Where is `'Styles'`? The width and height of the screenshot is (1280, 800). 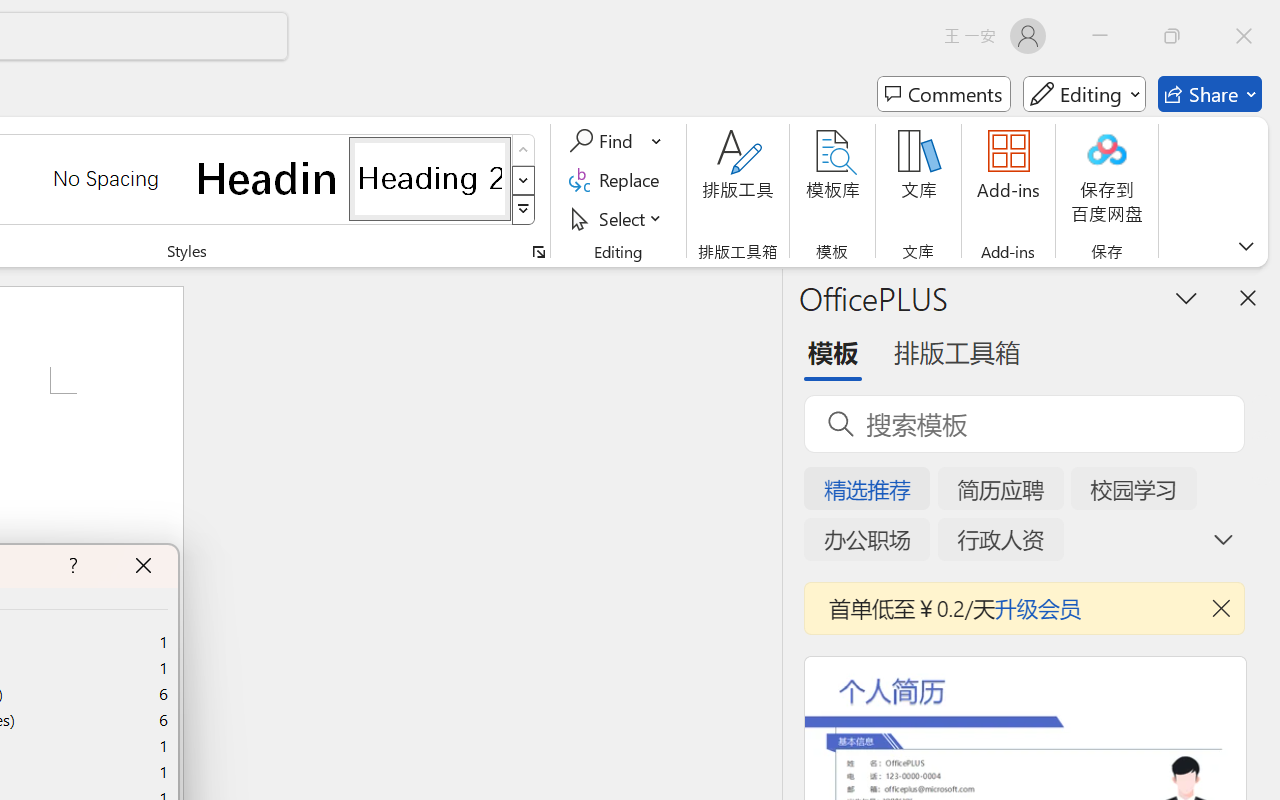
'Styles' is located at coordinates (523, 210).